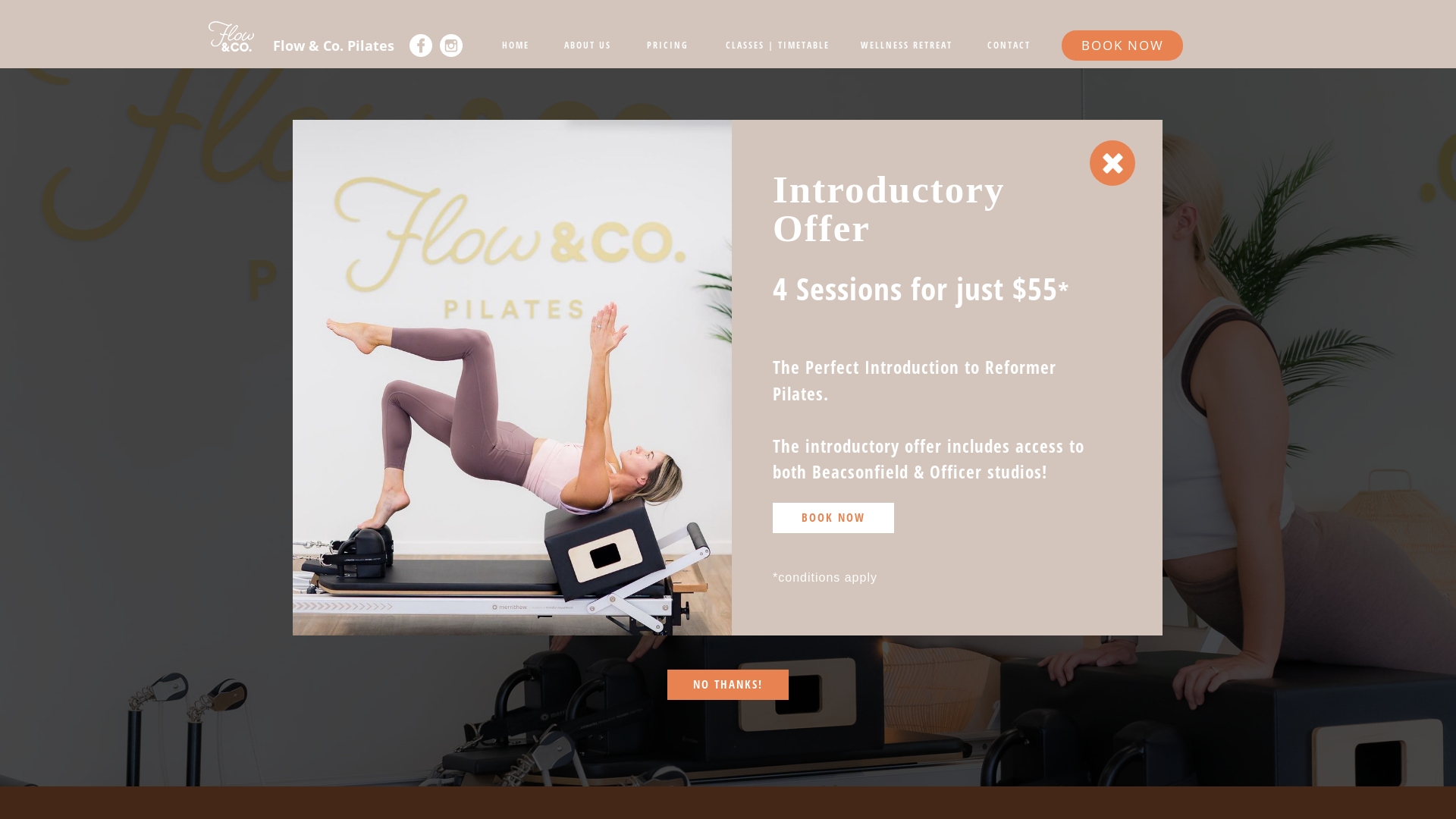 The image size is (1456, 819). What do you see at coordinates (1008, 45) in the screenshot?
I see `'CONTACT'` at bounding box center [1008, 45].